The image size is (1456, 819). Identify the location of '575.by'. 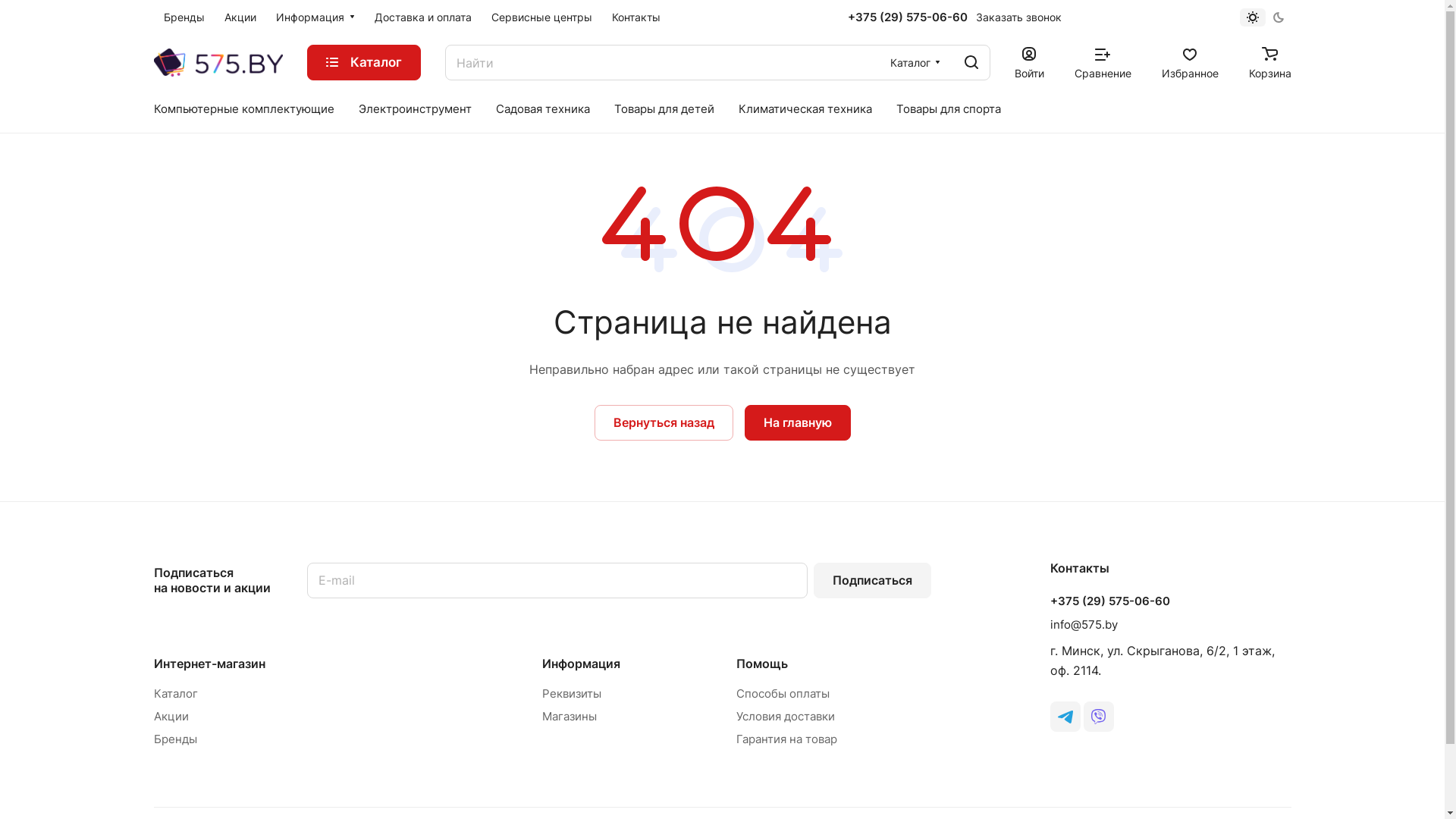
(217, 61).